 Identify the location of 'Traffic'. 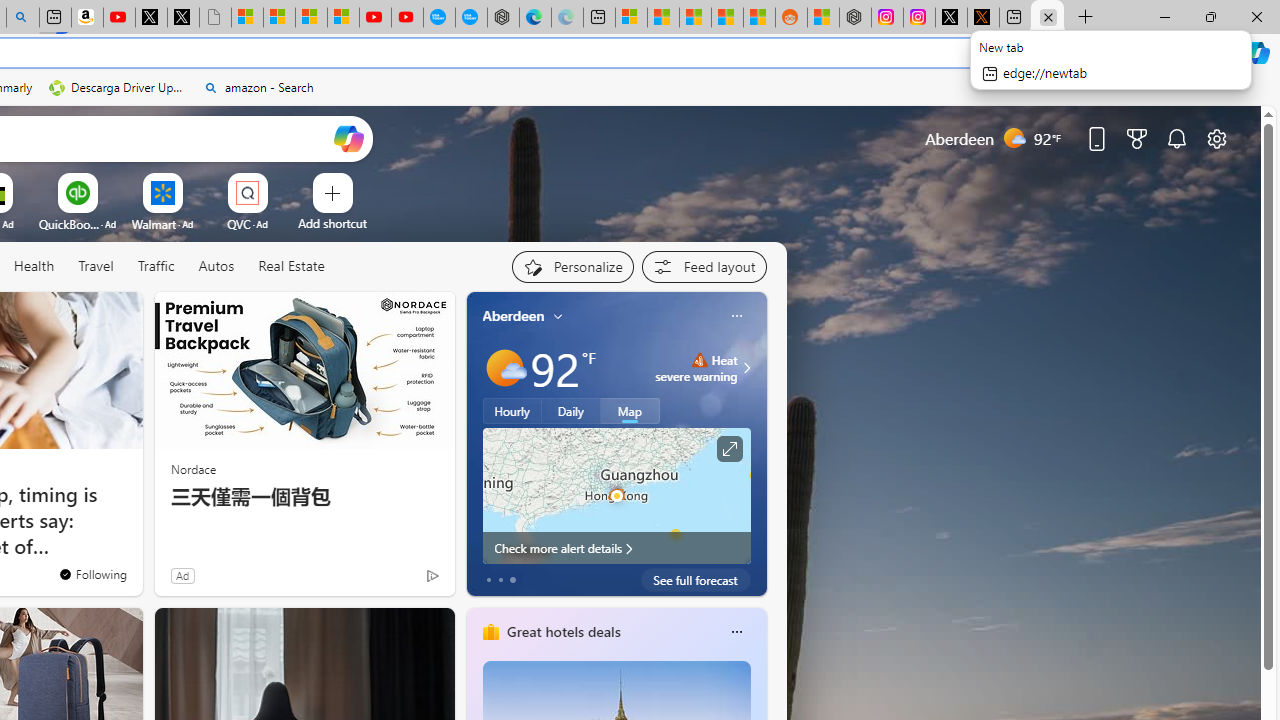
(155, 266).